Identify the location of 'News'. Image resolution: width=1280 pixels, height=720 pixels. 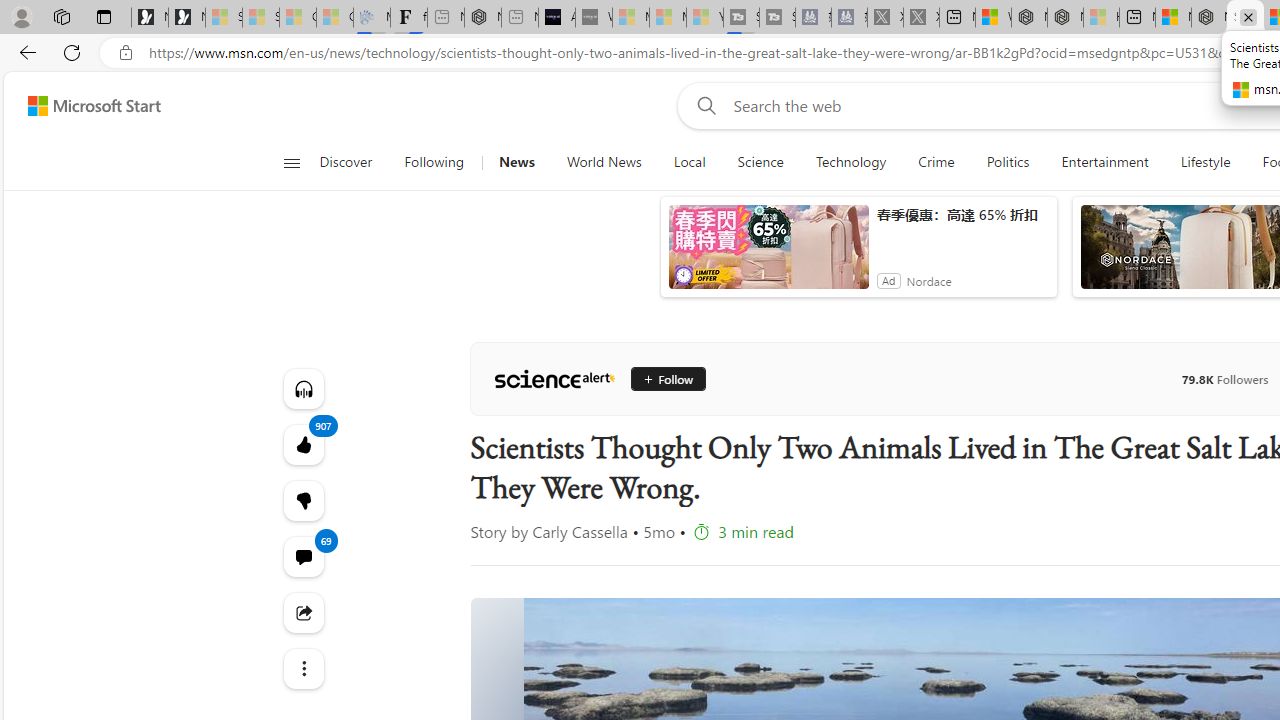
(516, 162).